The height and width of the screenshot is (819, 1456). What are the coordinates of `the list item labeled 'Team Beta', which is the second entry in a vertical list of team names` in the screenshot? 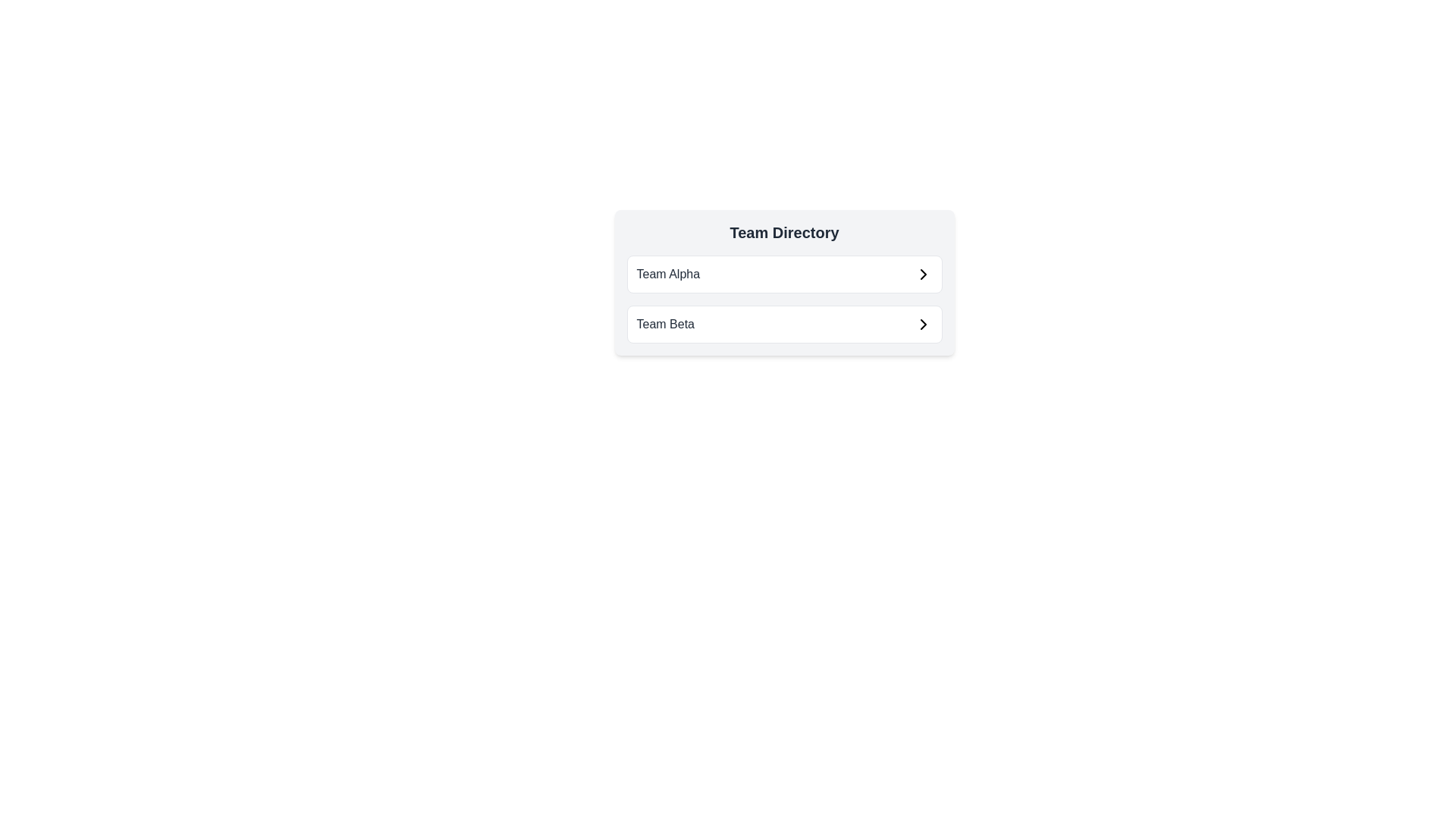 It's located at (784, 324).